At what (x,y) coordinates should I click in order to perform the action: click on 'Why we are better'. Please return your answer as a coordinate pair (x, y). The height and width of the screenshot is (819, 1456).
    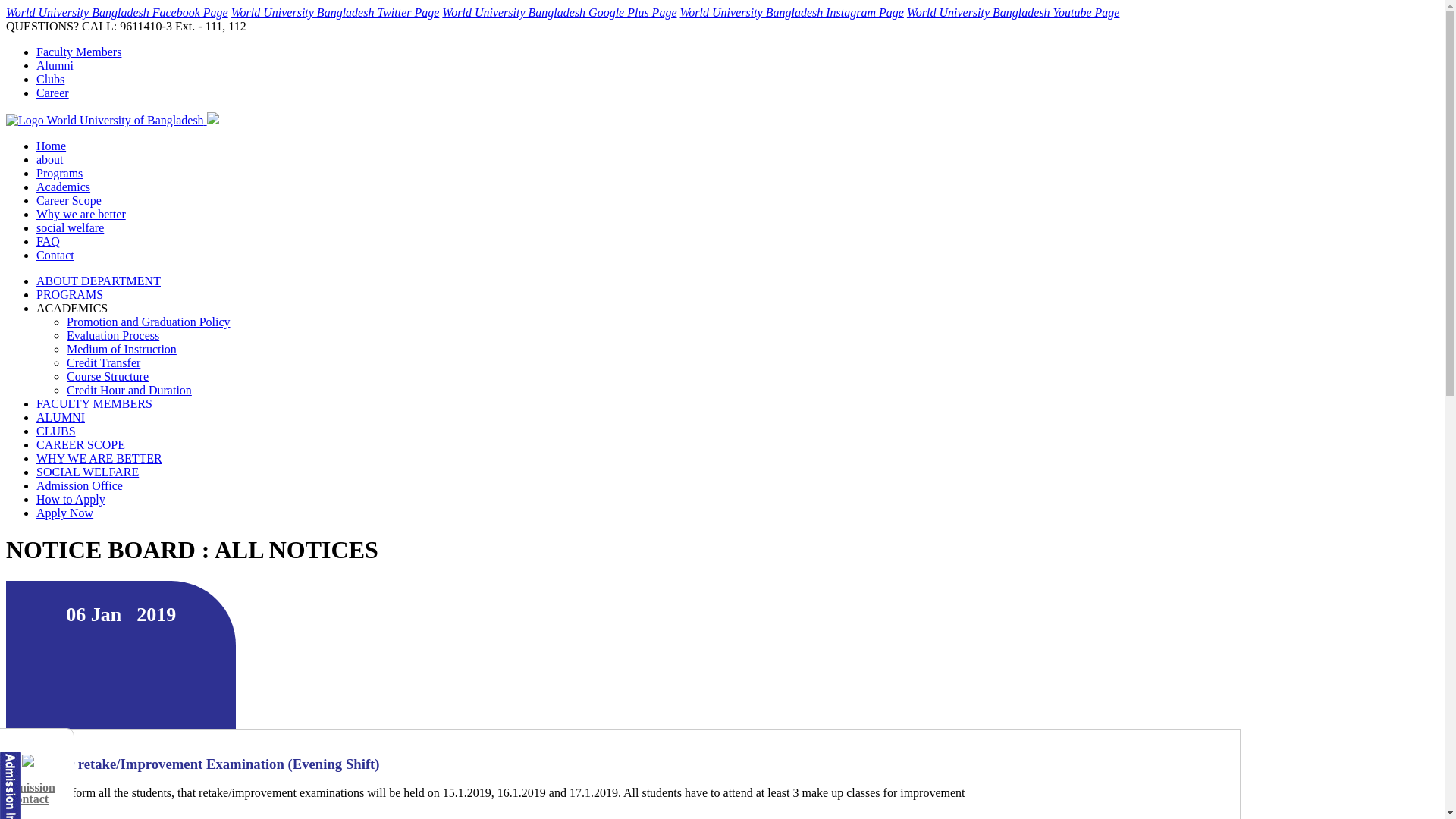
    Looking at the image, I should click on (80, 214).